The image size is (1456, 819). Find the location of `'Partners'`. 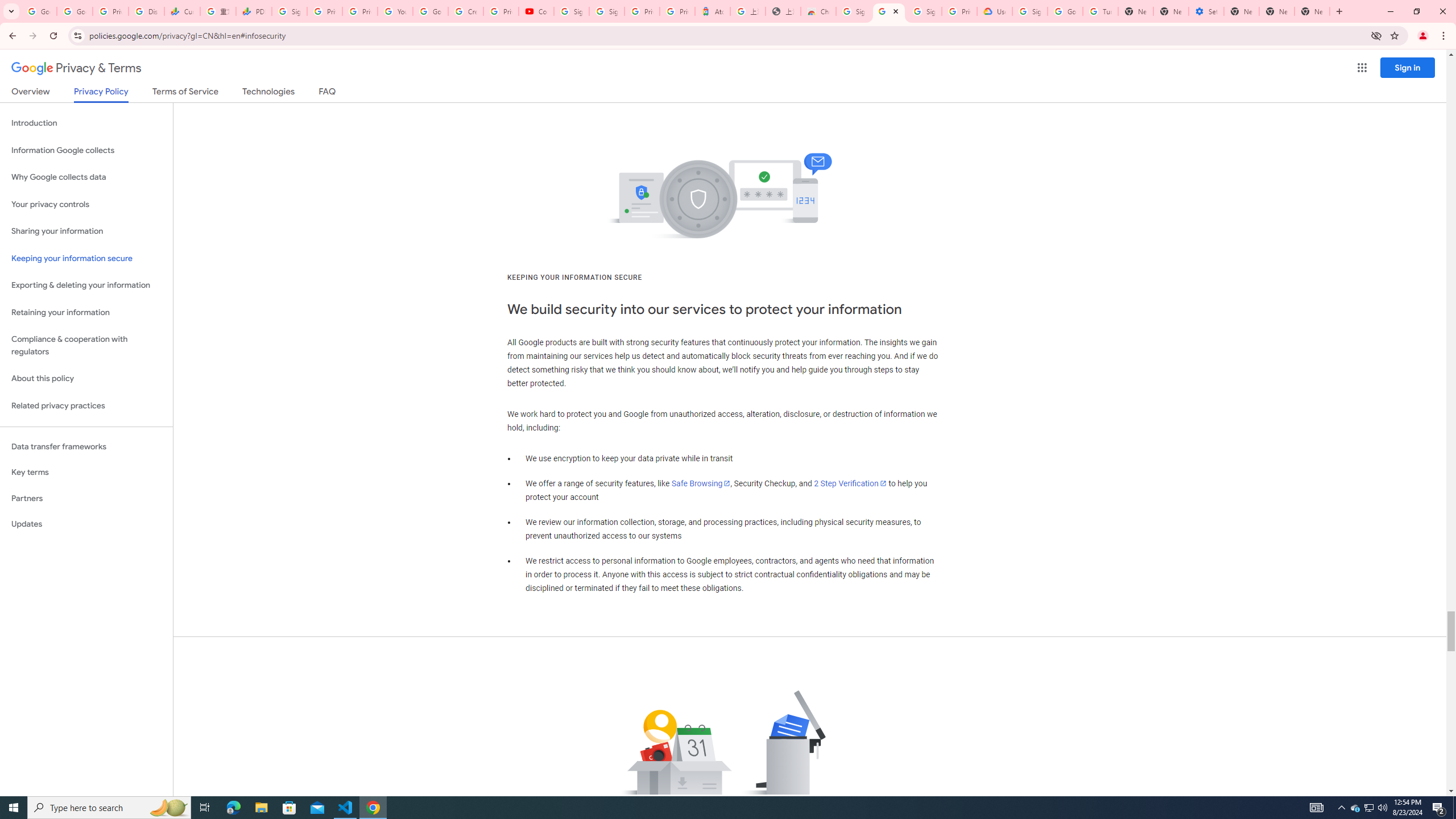

'Partners' is located at coordinates (86, 498).